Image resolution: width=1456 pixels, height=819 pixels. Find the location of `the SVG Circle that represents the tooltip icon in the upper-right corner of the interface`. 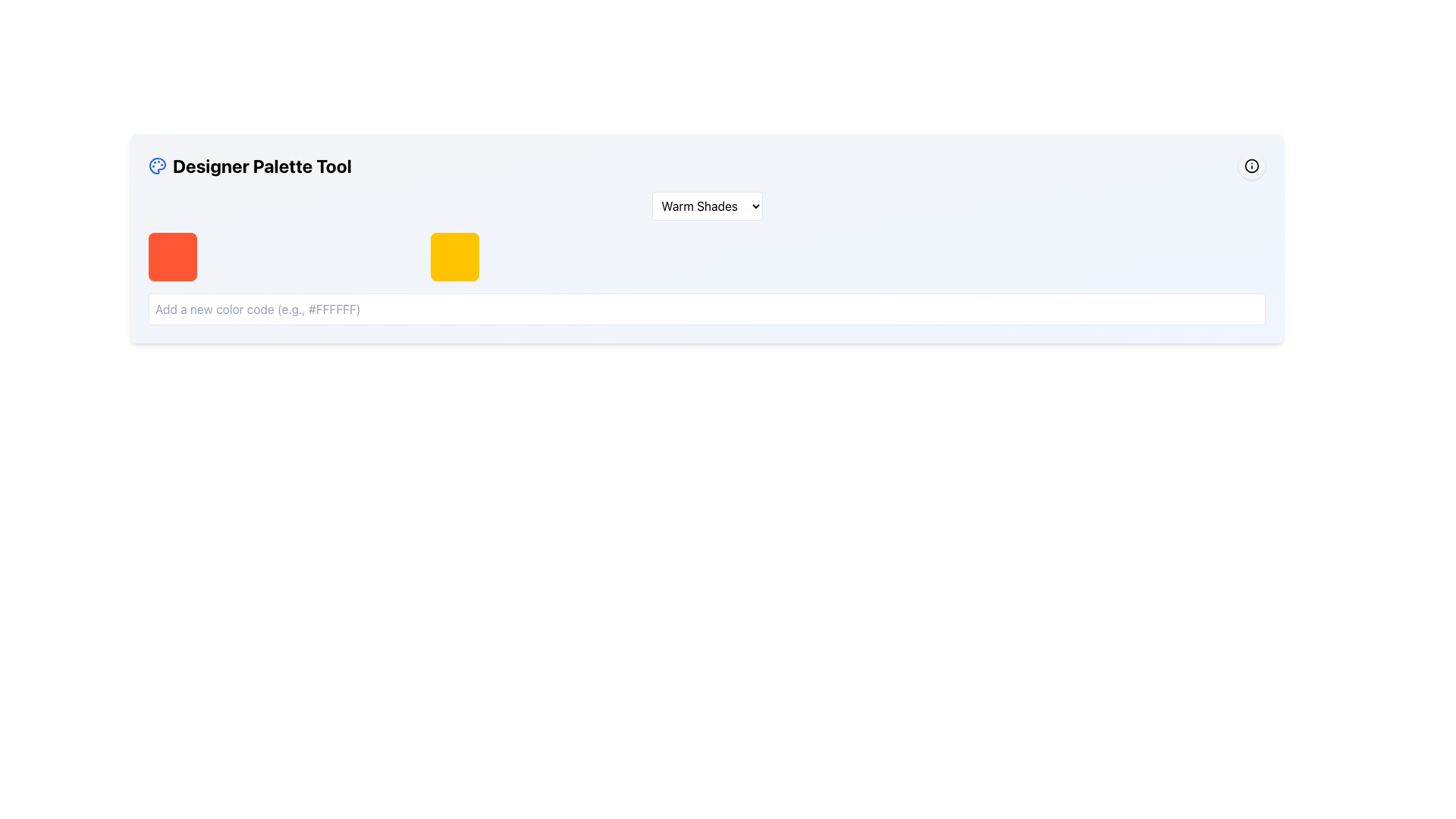

the SVG Circle that represents the tooltip icon in the upper-right corner of the interface is located at coordinates (1252, 166).